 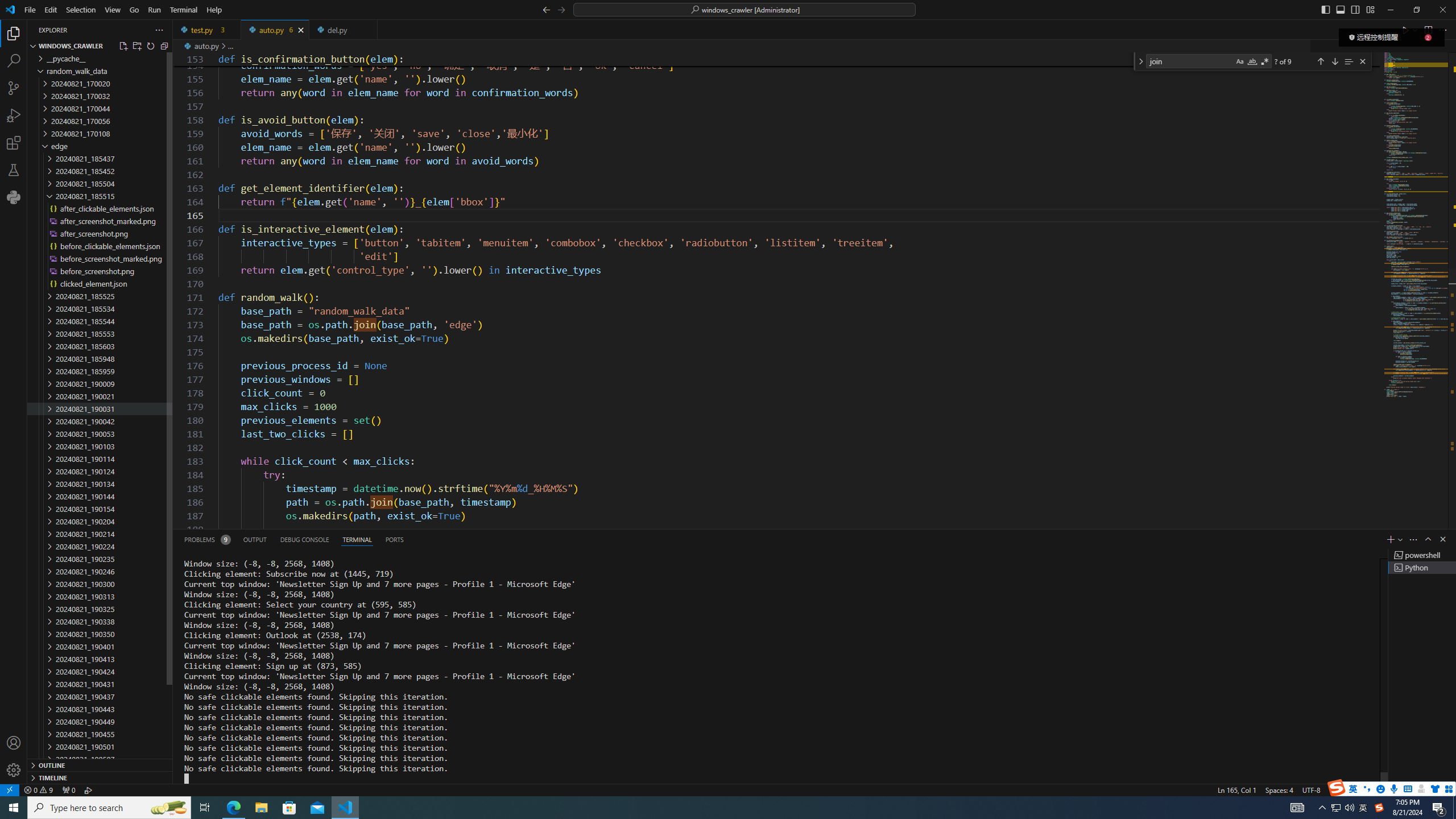 I want to click on 'Match Case (Alt+C)', so click(x=1239, y=61).